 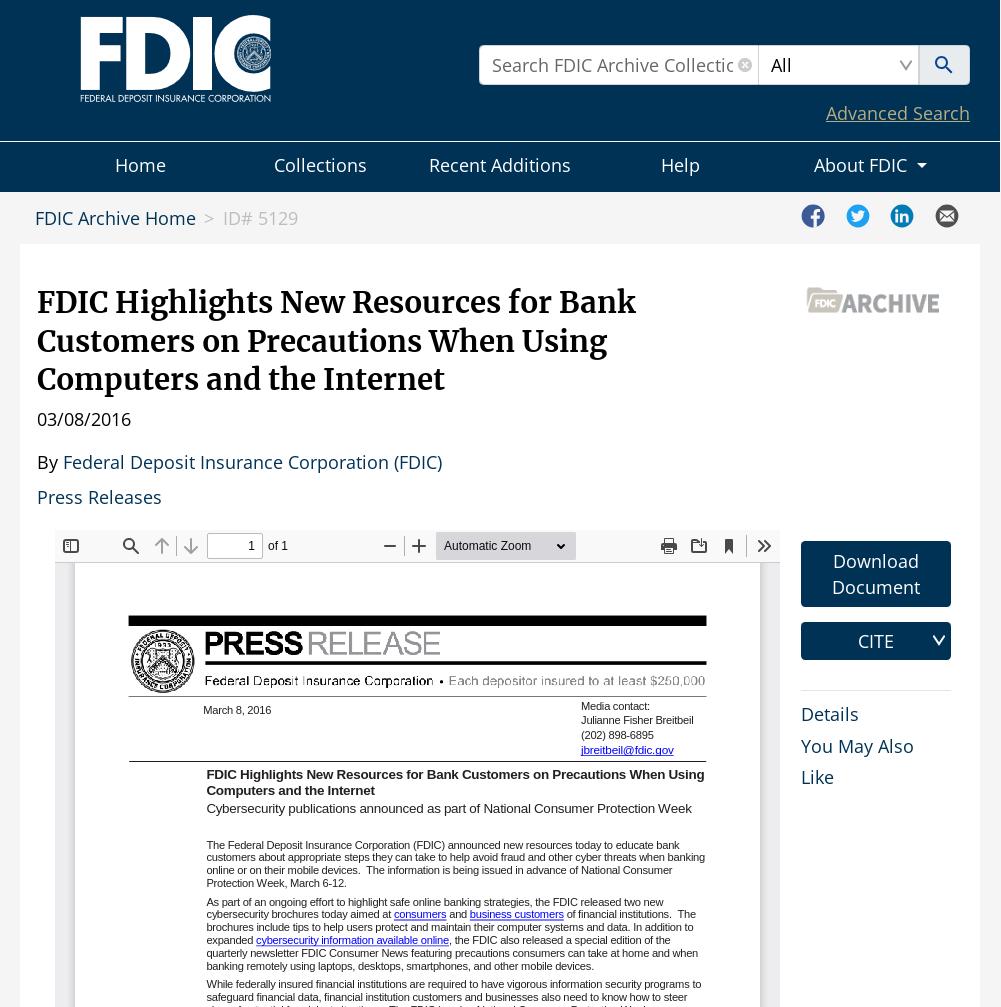 What do you see at coordinates (829, 711) in the screenshot?
I see `'Details'` at bounding box center [829, 711].